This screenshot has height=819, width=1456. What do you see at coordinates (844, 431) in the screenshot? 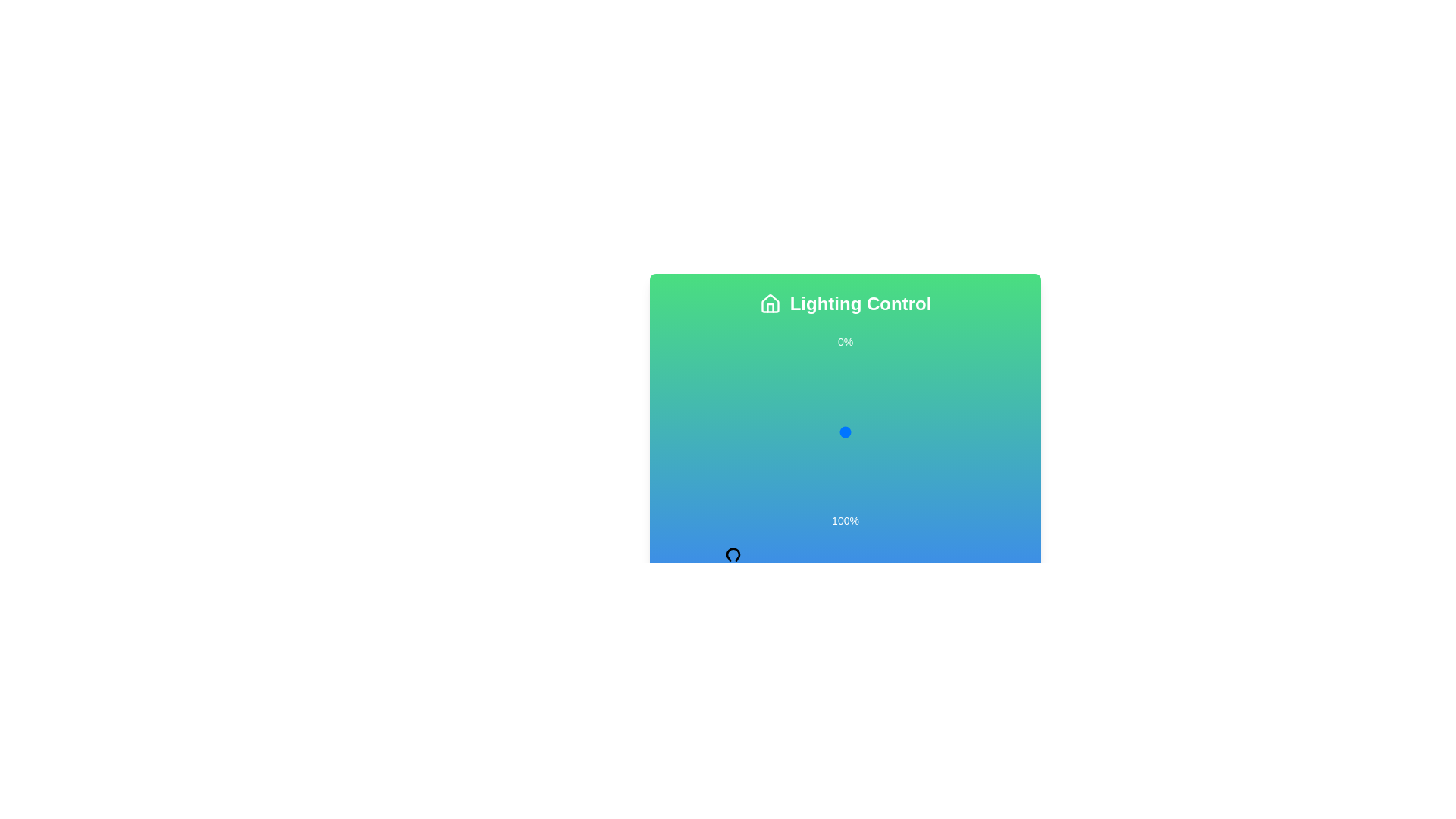
I see `the slider` at bounding box center [844, 431].